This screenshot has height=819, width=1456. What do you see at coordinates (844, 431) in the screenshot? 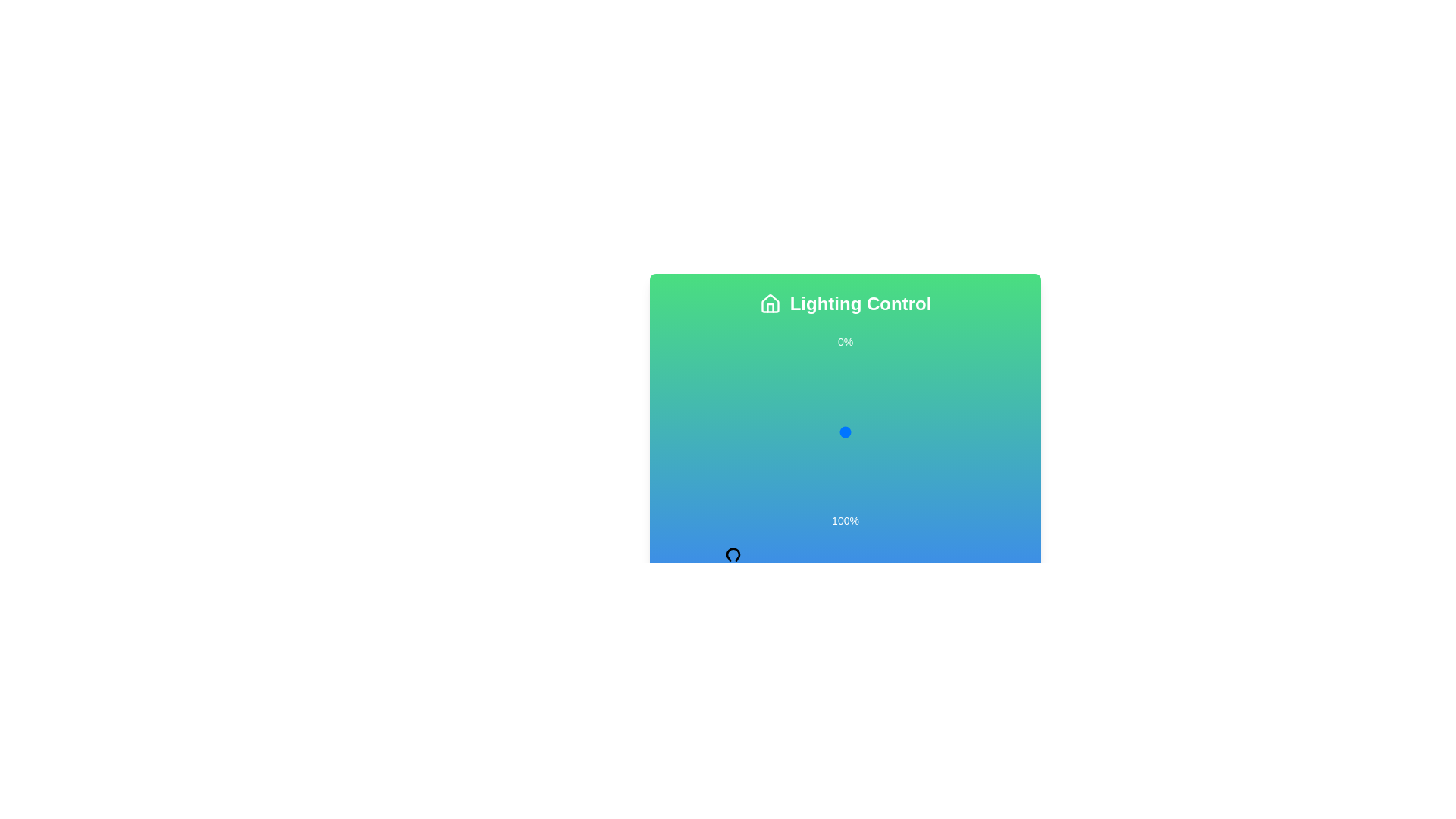
I see `the slider` at bounding box center [844, 431].